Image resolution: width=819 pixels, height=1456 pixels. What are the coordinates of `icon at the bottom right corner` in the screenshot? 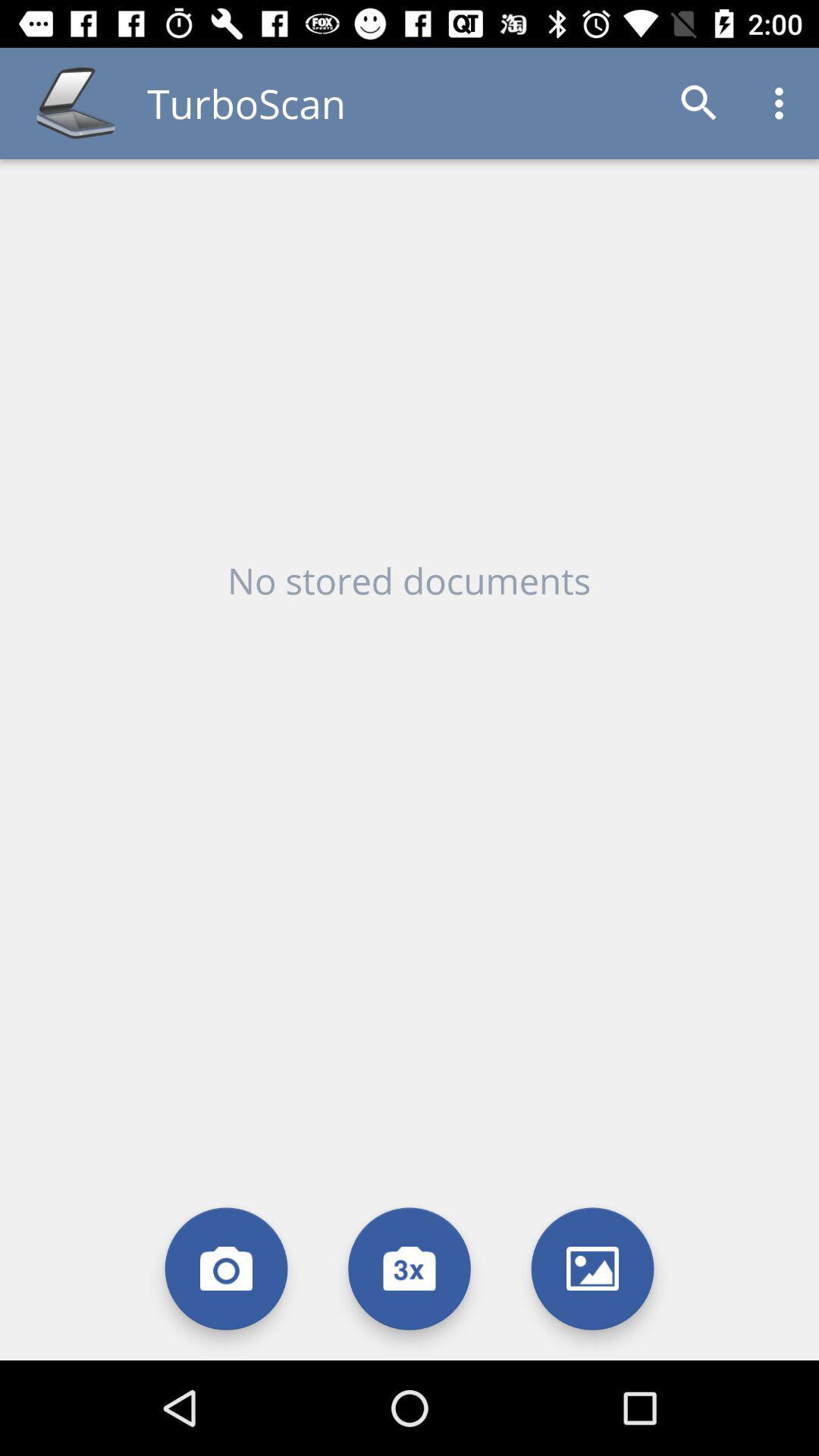 It's located at (591, 1269).